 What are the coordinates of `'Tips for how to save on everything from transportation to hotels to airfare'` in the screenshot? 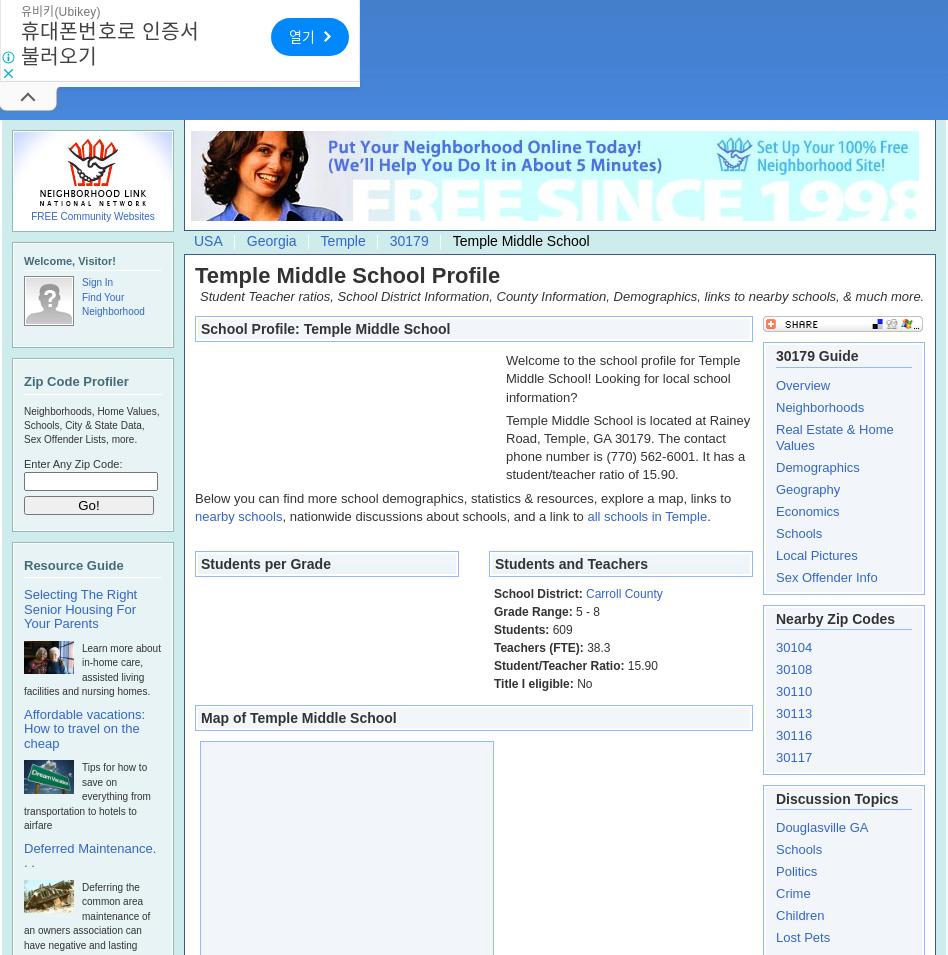 It's located at (87, 795).